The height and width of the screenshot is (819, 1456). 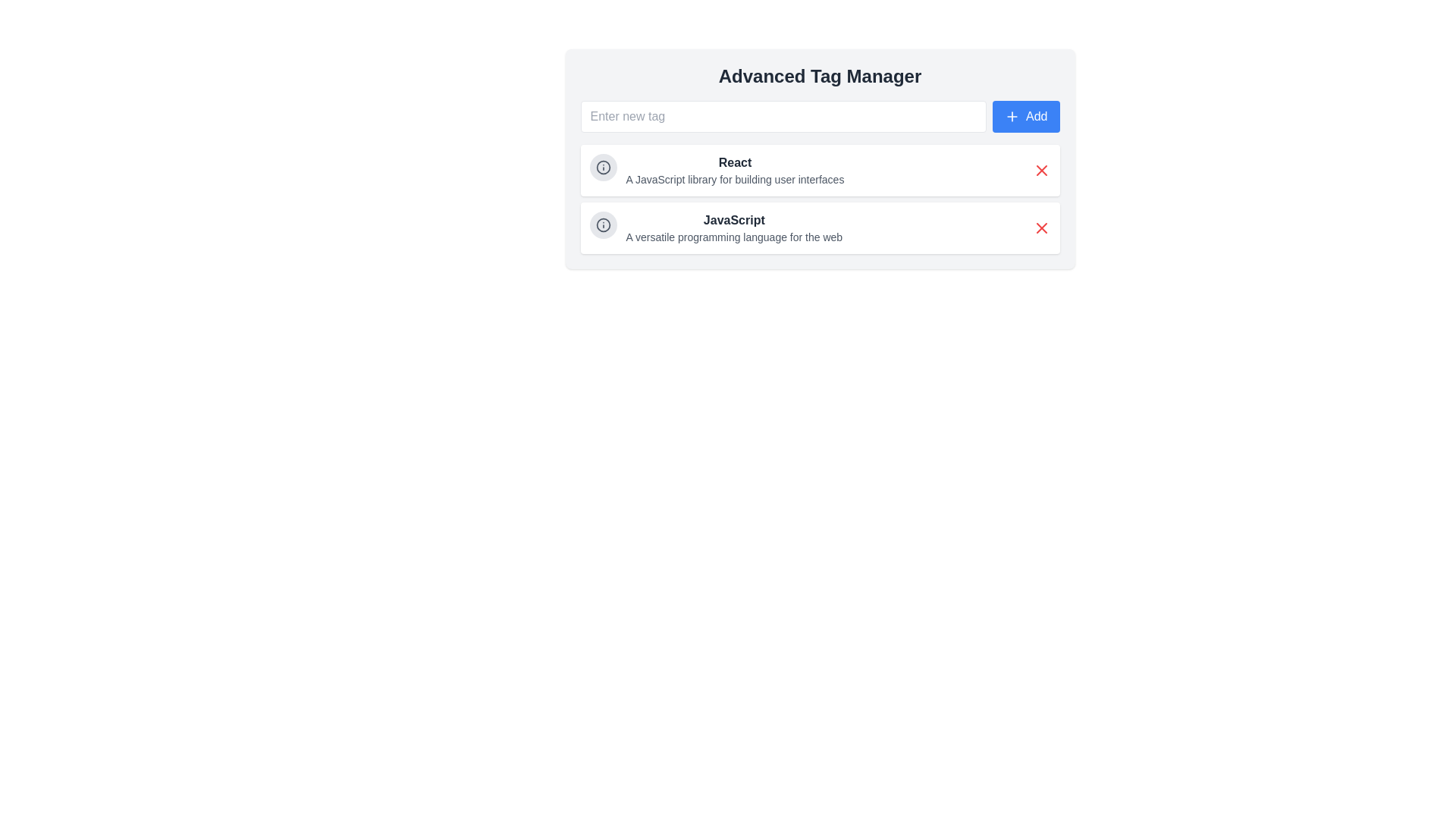 What do you see at coordinates (819, 227) in the screenshot?
I see `the 'X' icon on the second interactive card within the 'Advanced Tag Manager'` at bounding box center [819, 227].